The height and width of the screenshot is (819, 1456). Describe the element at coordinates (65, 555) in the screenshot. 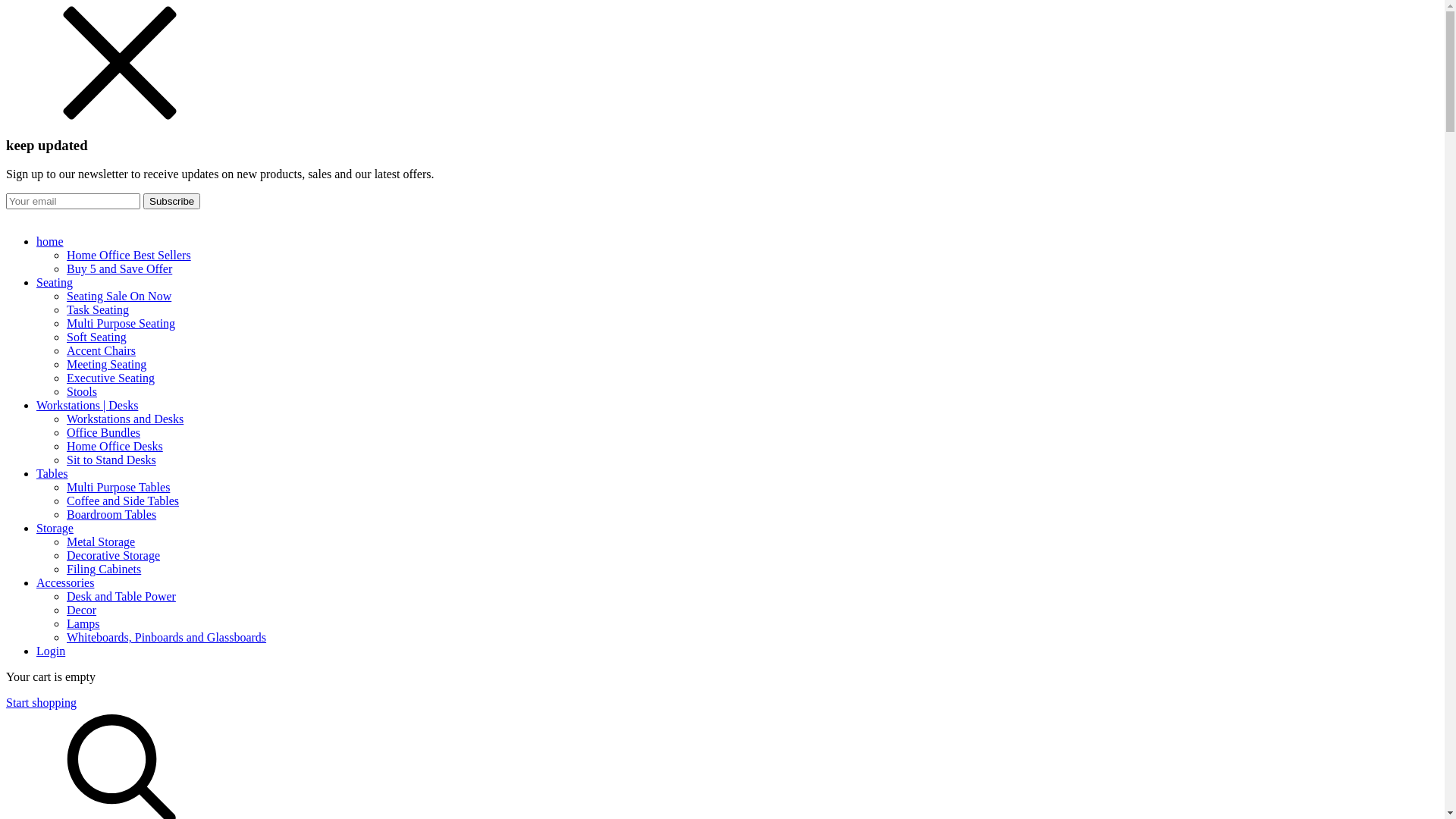

I see `'Decorative Storage'` at that location.